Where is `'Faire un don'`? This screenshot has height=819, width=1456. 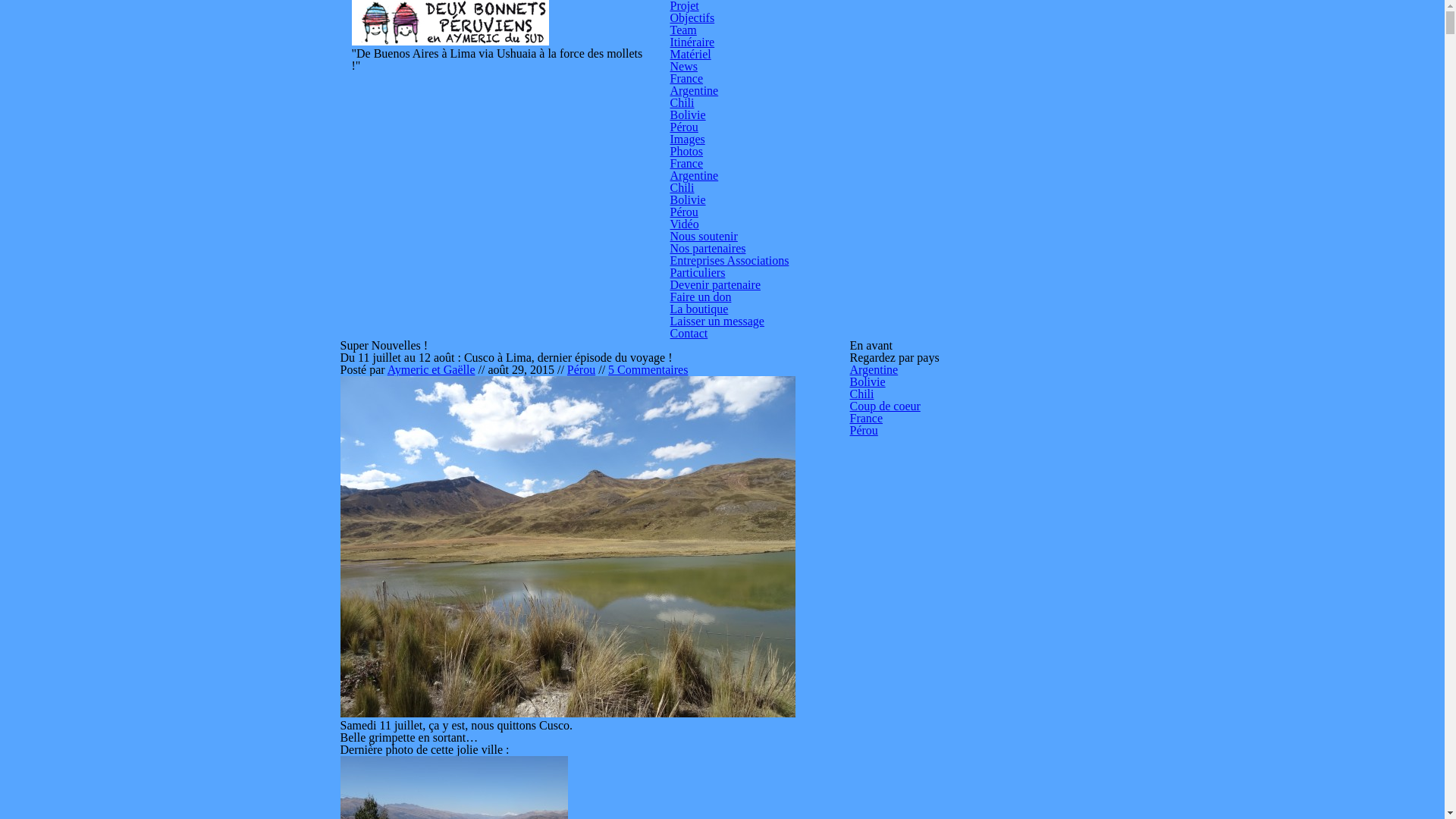
'Faire un don' is located at coordinates (669, 297).